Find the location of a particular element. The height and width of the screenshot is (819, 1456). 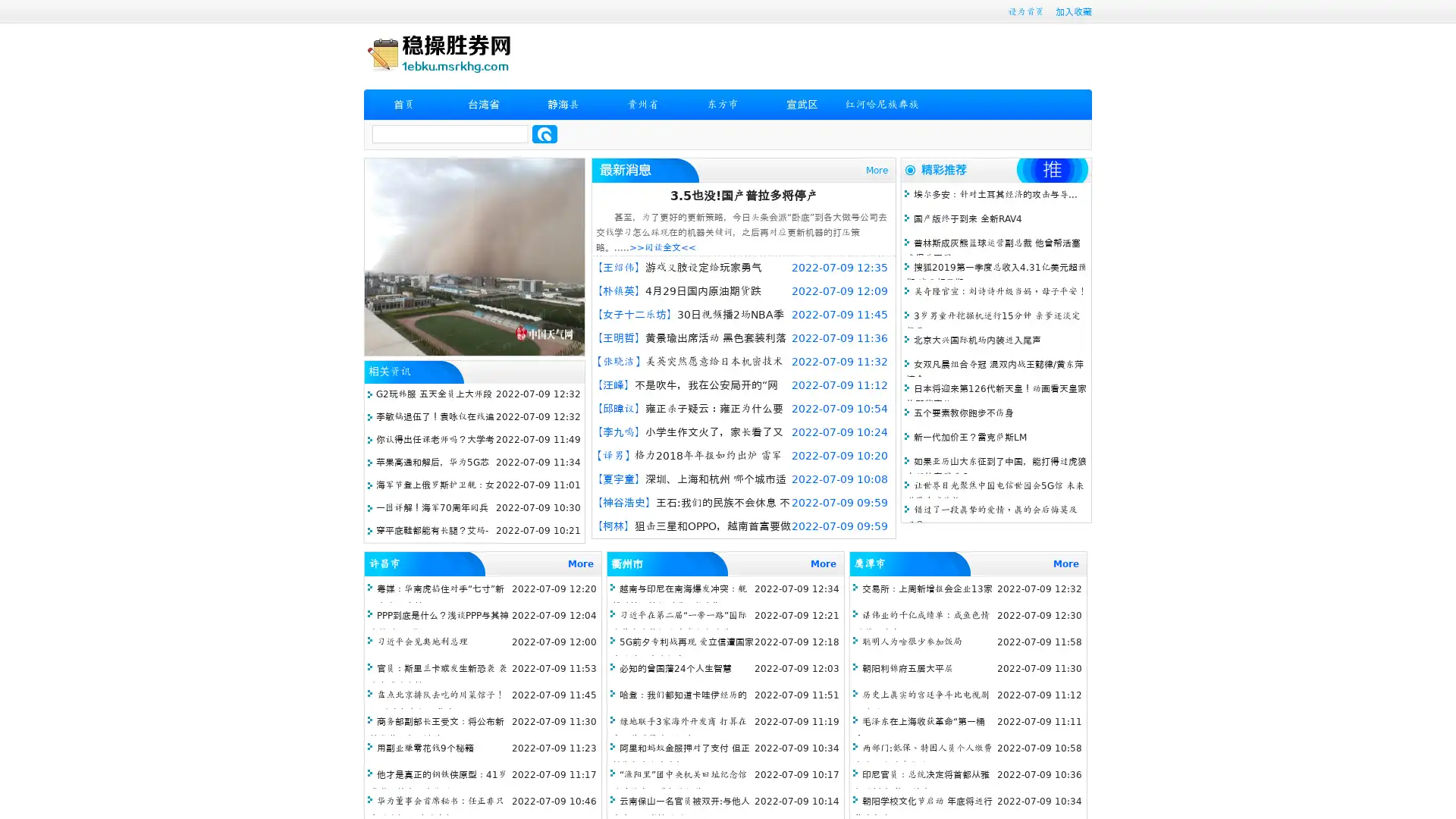

Search is located at coordinates (544, 133).